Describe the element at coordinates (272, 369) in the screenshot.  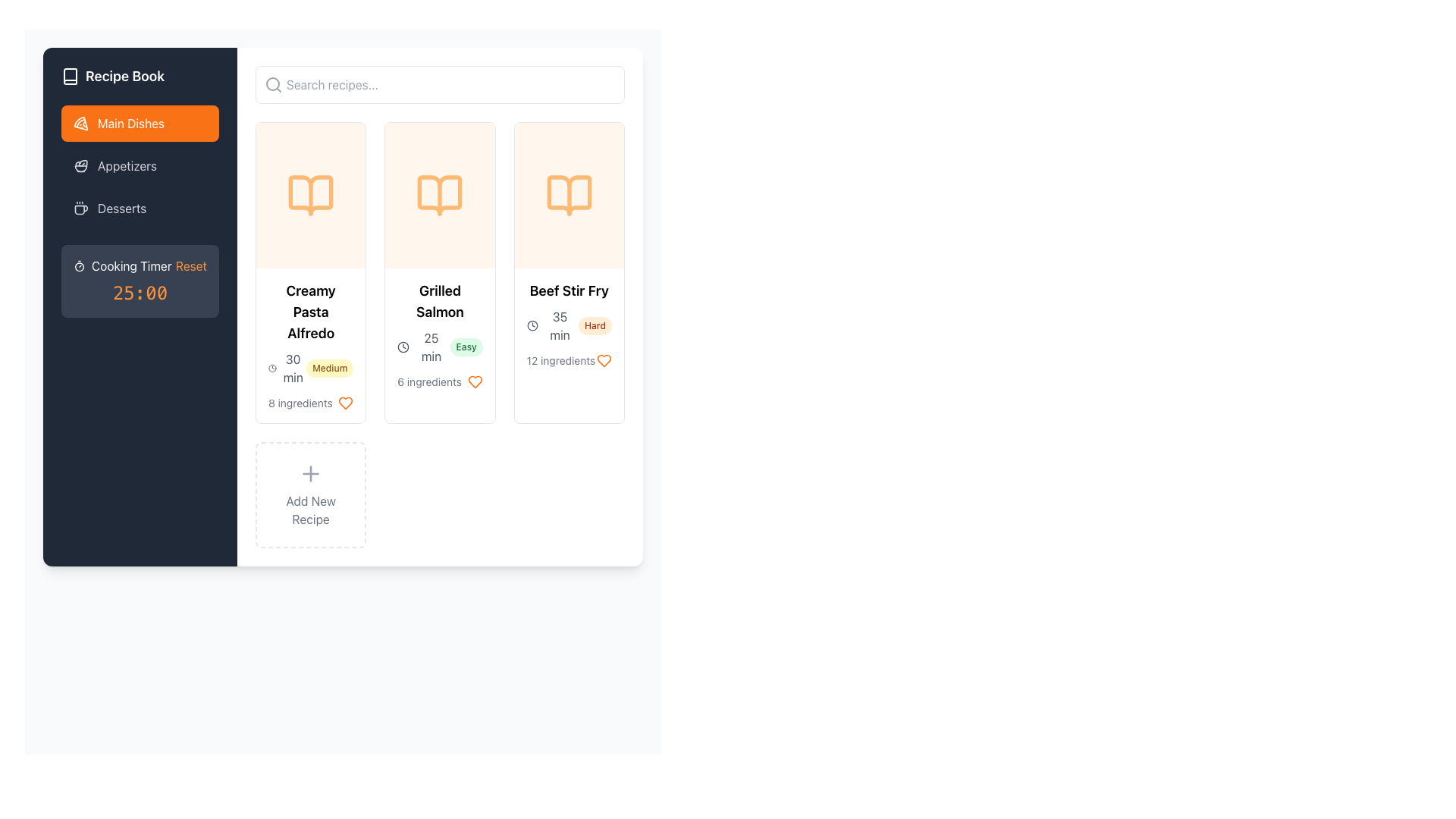
I see `the design and purpose of the outer circular boundary of the clock icon, which represents time or duration within the UI` at that location.